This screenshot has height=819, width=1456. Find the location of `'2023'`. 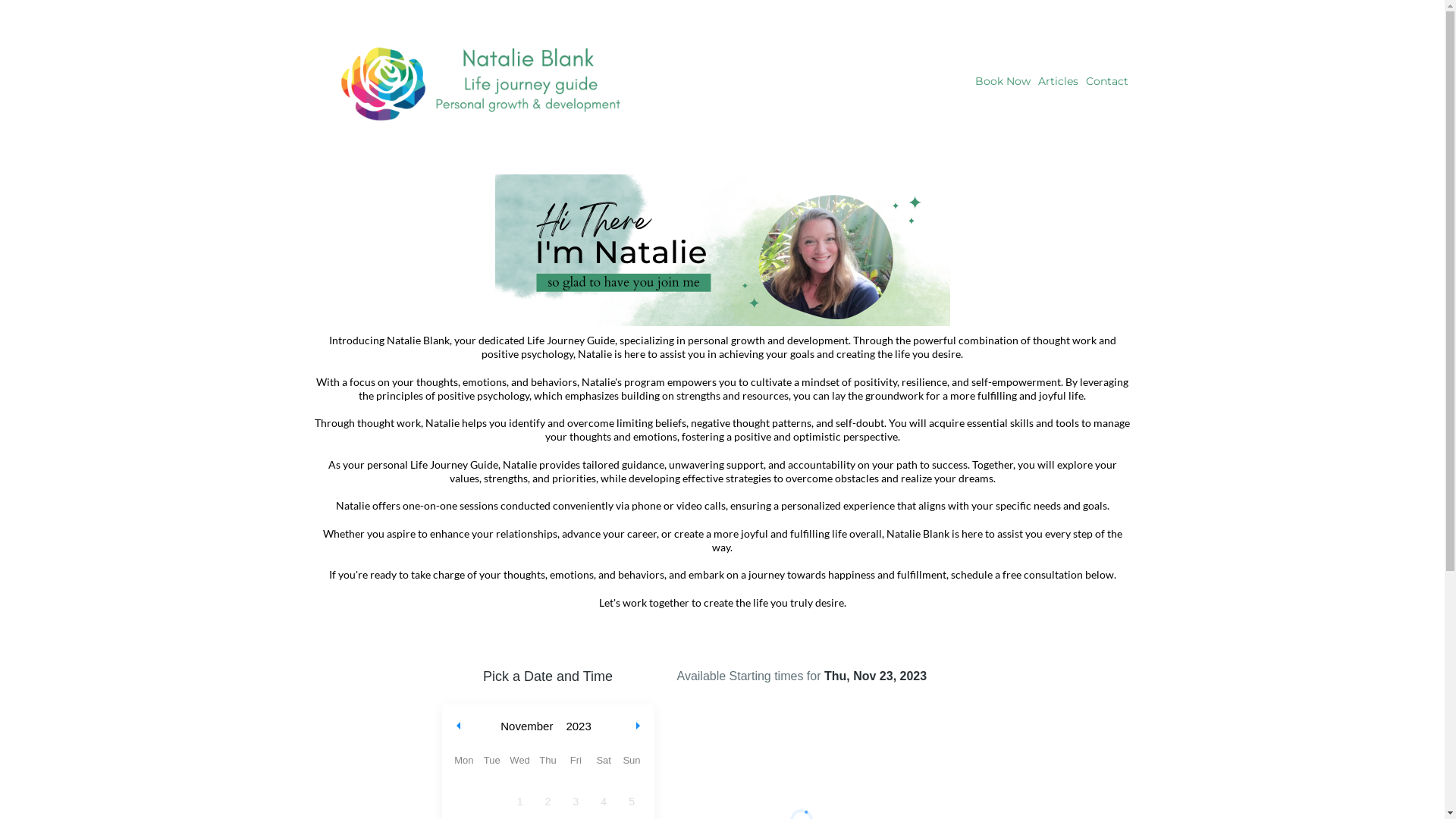

'2023' is located at coordinates (577, 725).